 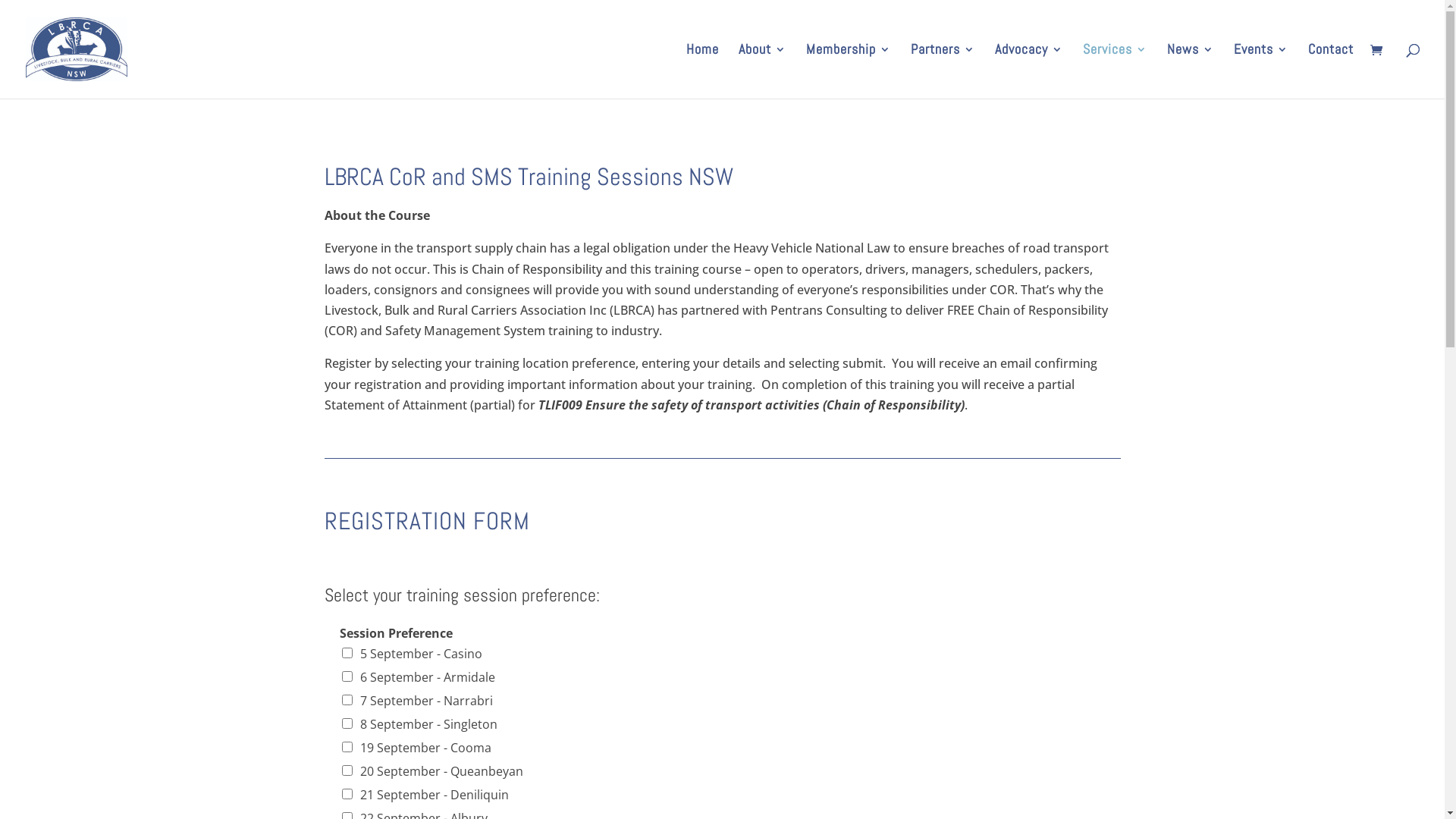 I want to click on 'About', so click(x=762, y=71).